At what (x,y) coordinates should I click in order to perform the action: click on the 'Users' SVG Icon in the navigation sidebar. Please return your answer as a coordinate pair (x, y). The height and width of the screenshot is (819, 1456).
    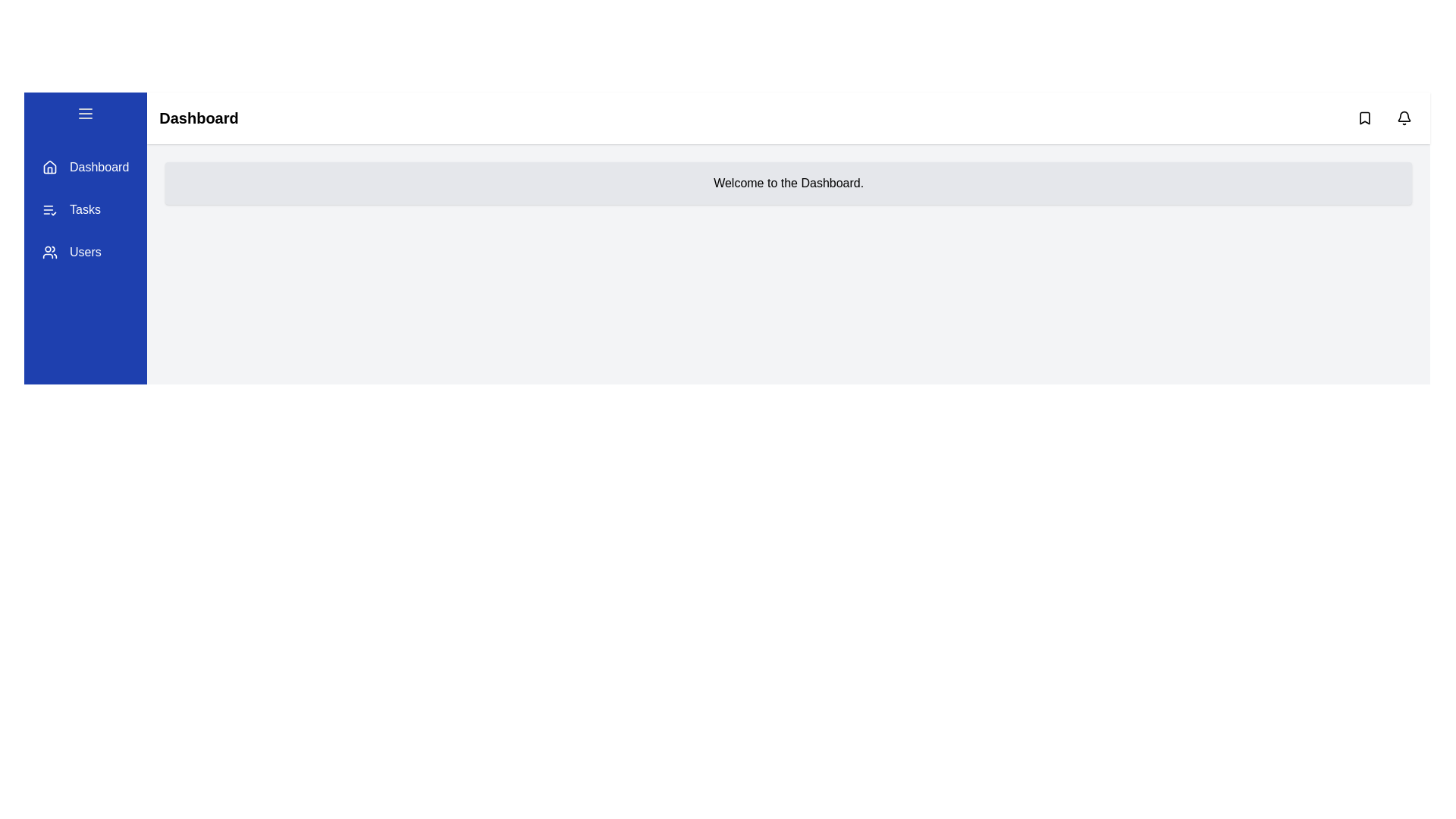
    Looking at the image, I should click on (50, 251).